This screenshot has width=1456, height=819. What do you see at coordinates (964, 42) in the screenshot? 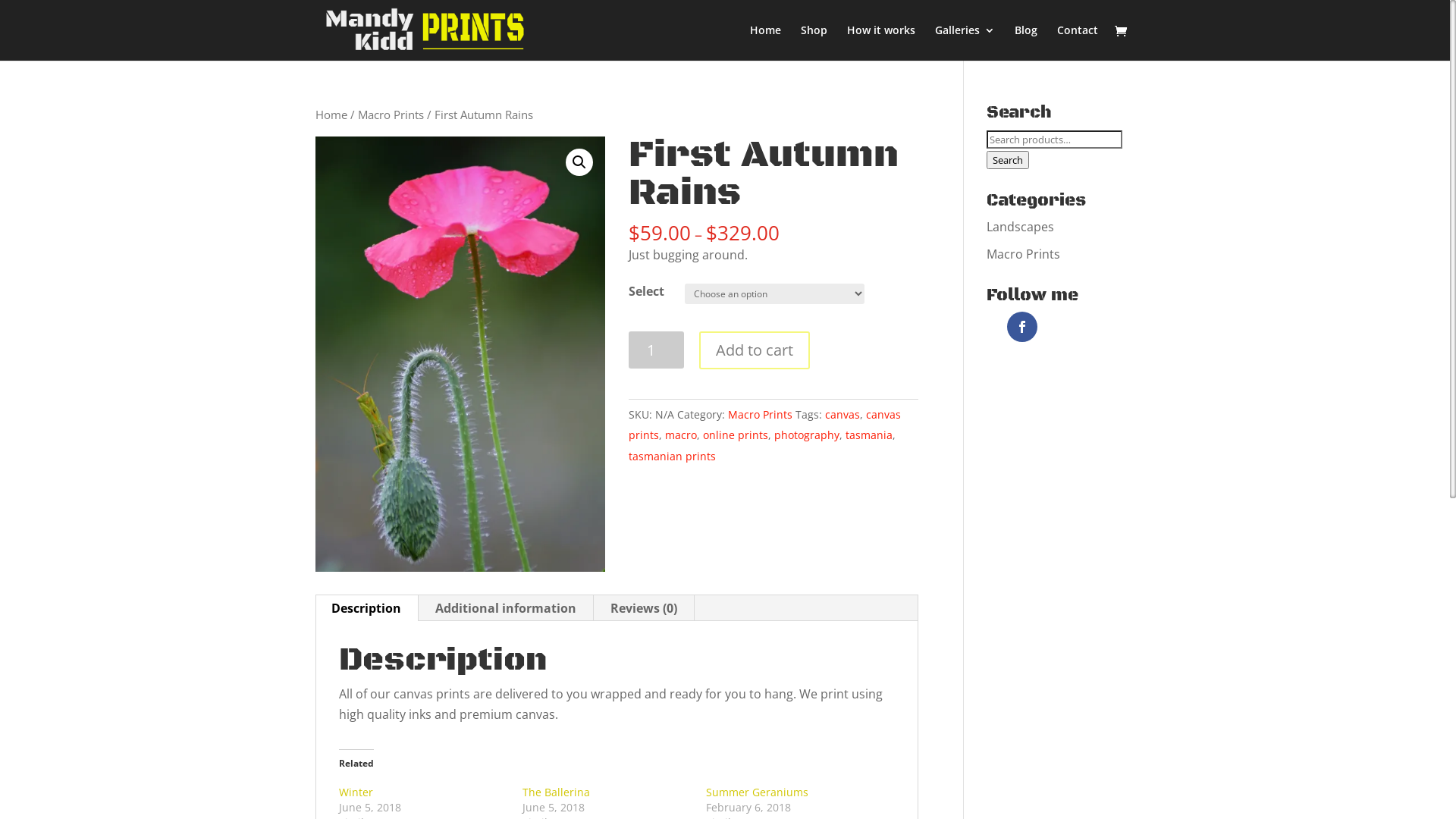
I see `'Galleries'` at bounding box center [964, 42].